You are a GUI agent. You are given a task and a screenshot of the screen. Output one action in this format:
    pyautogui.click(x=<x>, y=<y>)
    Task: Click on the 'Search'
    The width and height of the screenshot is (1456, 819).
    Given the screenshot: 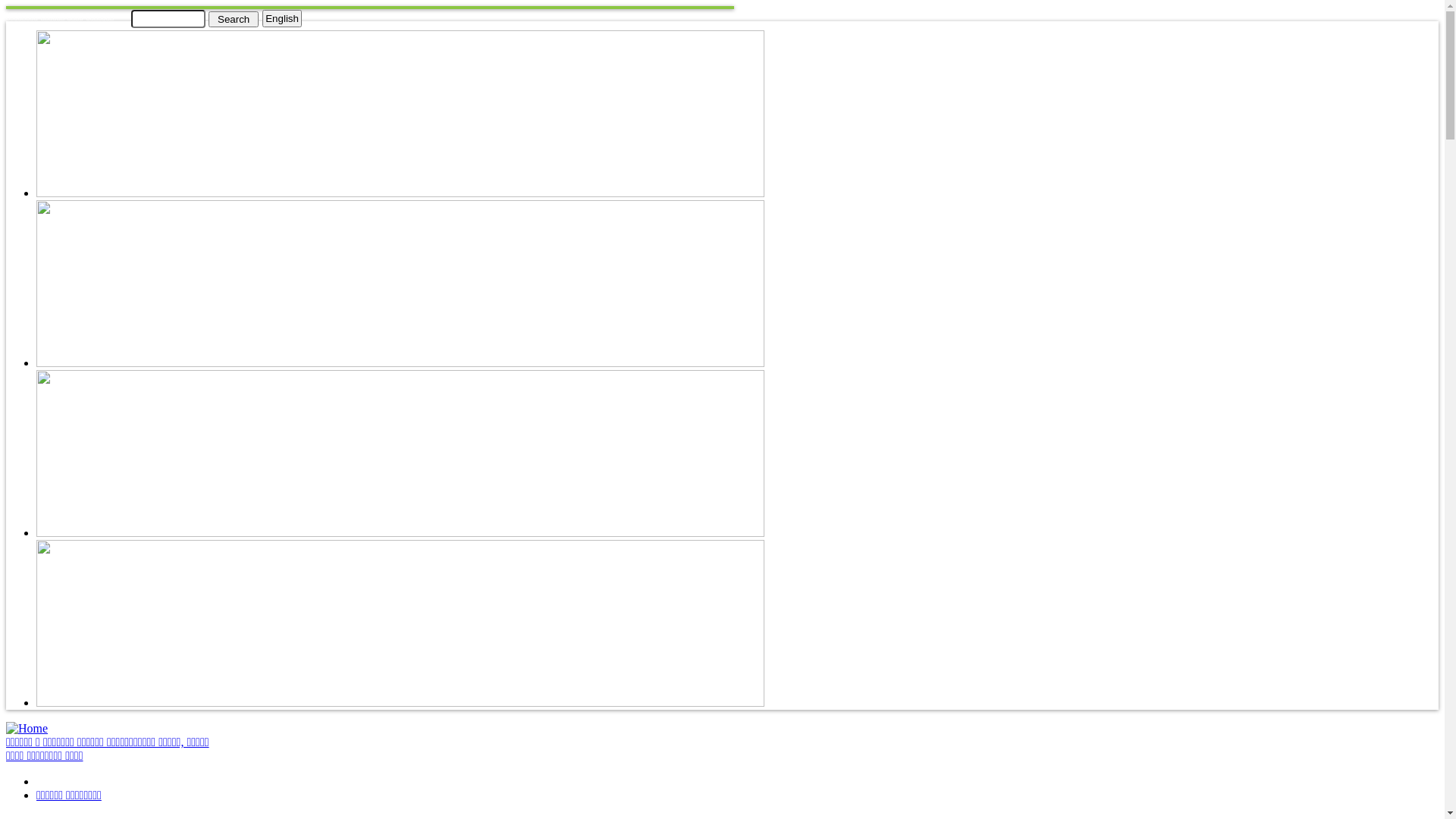 What is the action you would take?
    pyautogui.click(x=232, y=18)
    